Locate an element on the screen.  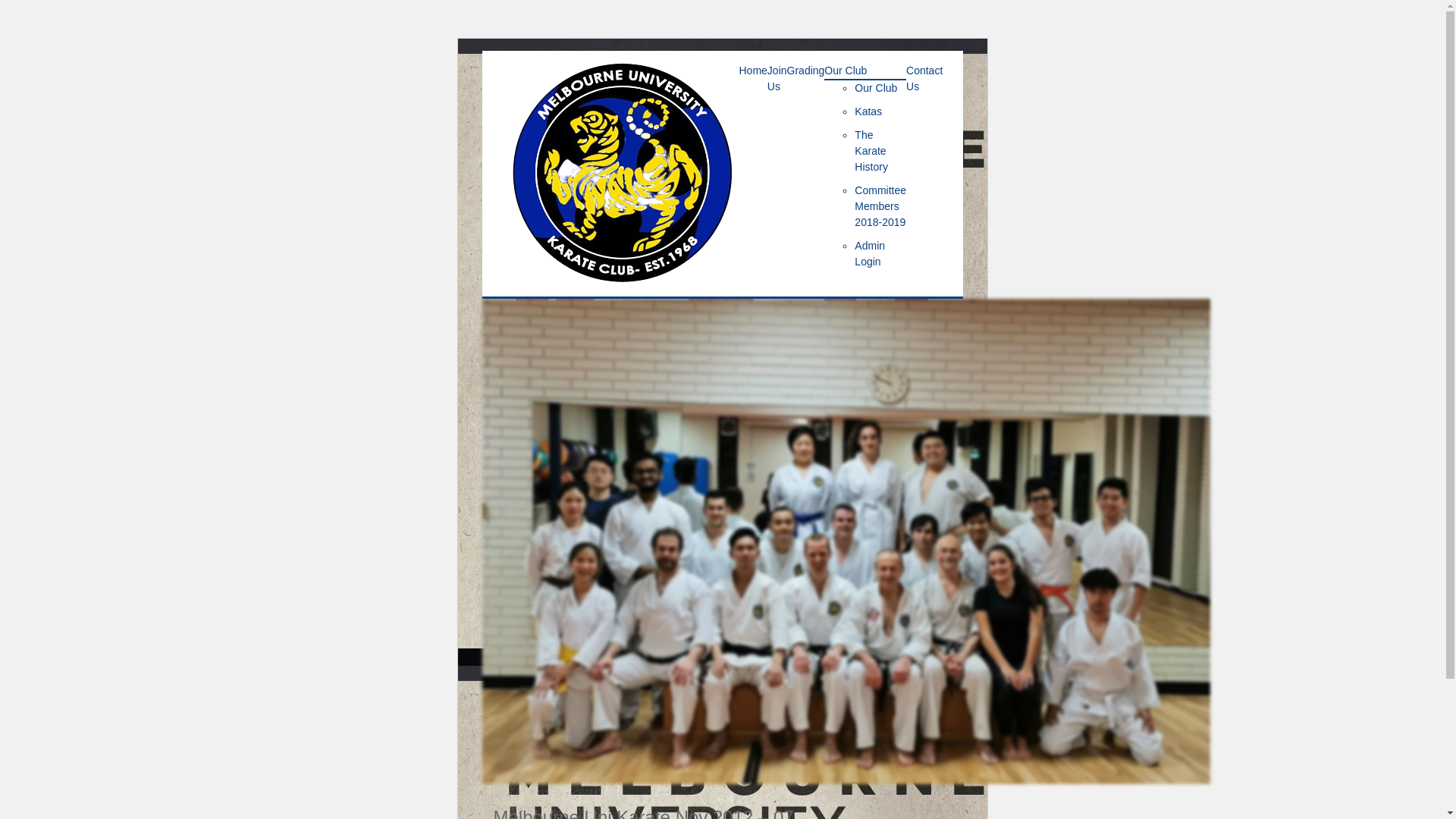
'The Karate History' is located at coordinates (871, 151).